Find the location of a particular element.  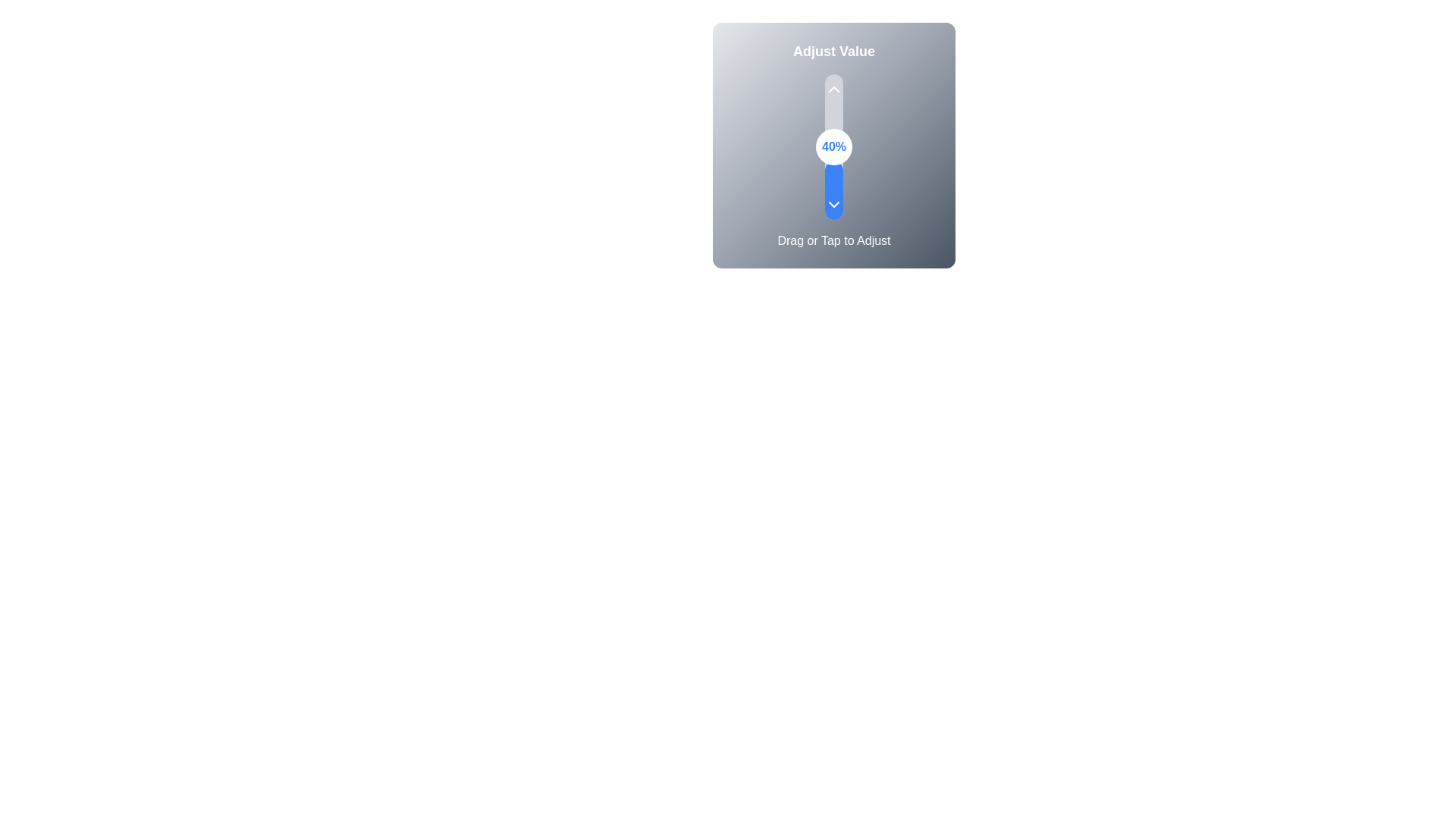

the increment button located above the central indicator displaying '40%' on the vertical slider component is located at coordinates (833, 89).